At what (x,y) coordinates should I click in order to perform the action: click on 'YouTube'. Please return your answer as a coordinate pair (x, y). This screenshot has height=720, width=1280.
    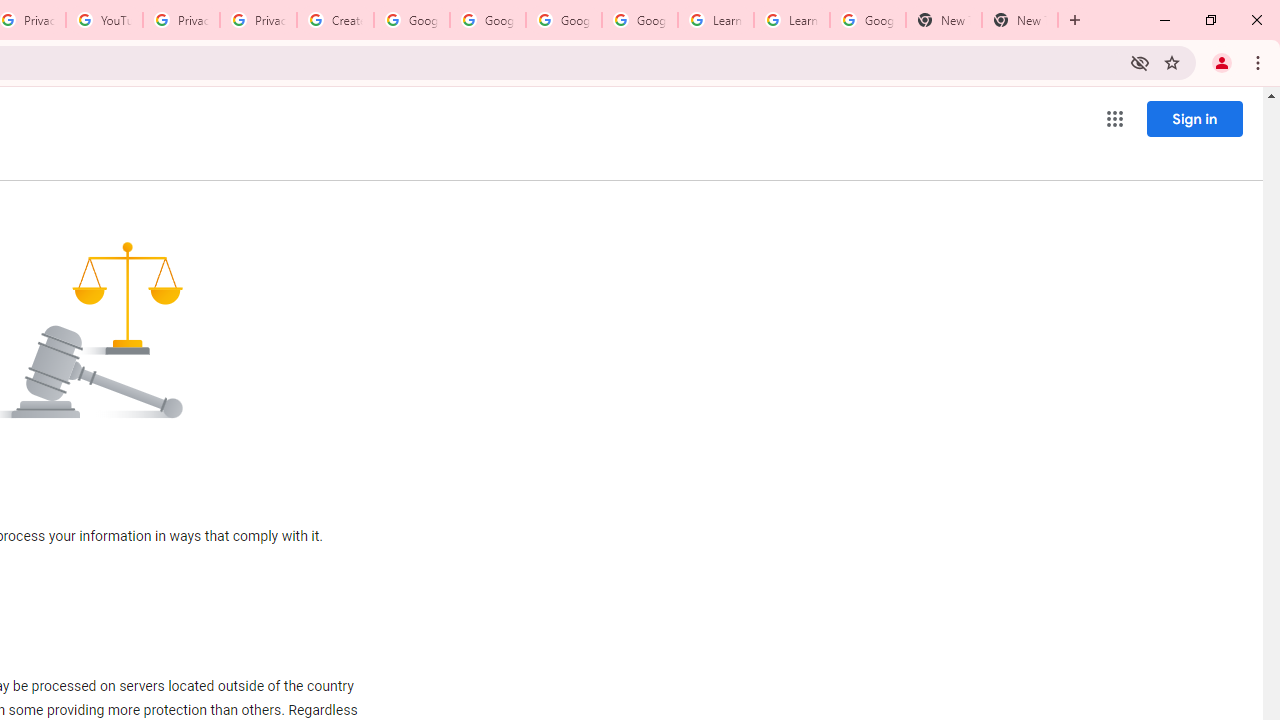
    Looking at the image, I should click on (103, 20).